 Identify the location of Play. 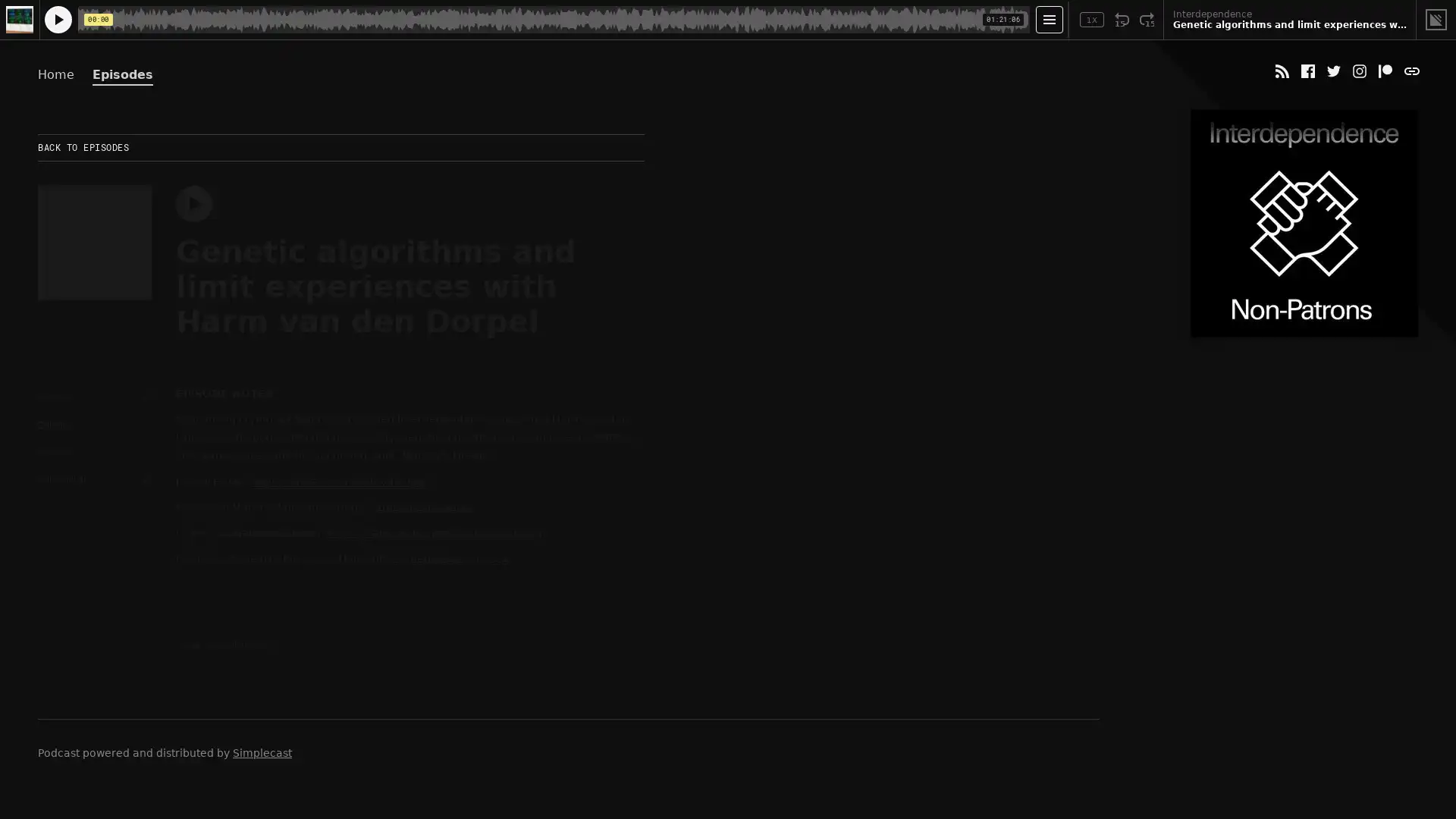
(193, 203).